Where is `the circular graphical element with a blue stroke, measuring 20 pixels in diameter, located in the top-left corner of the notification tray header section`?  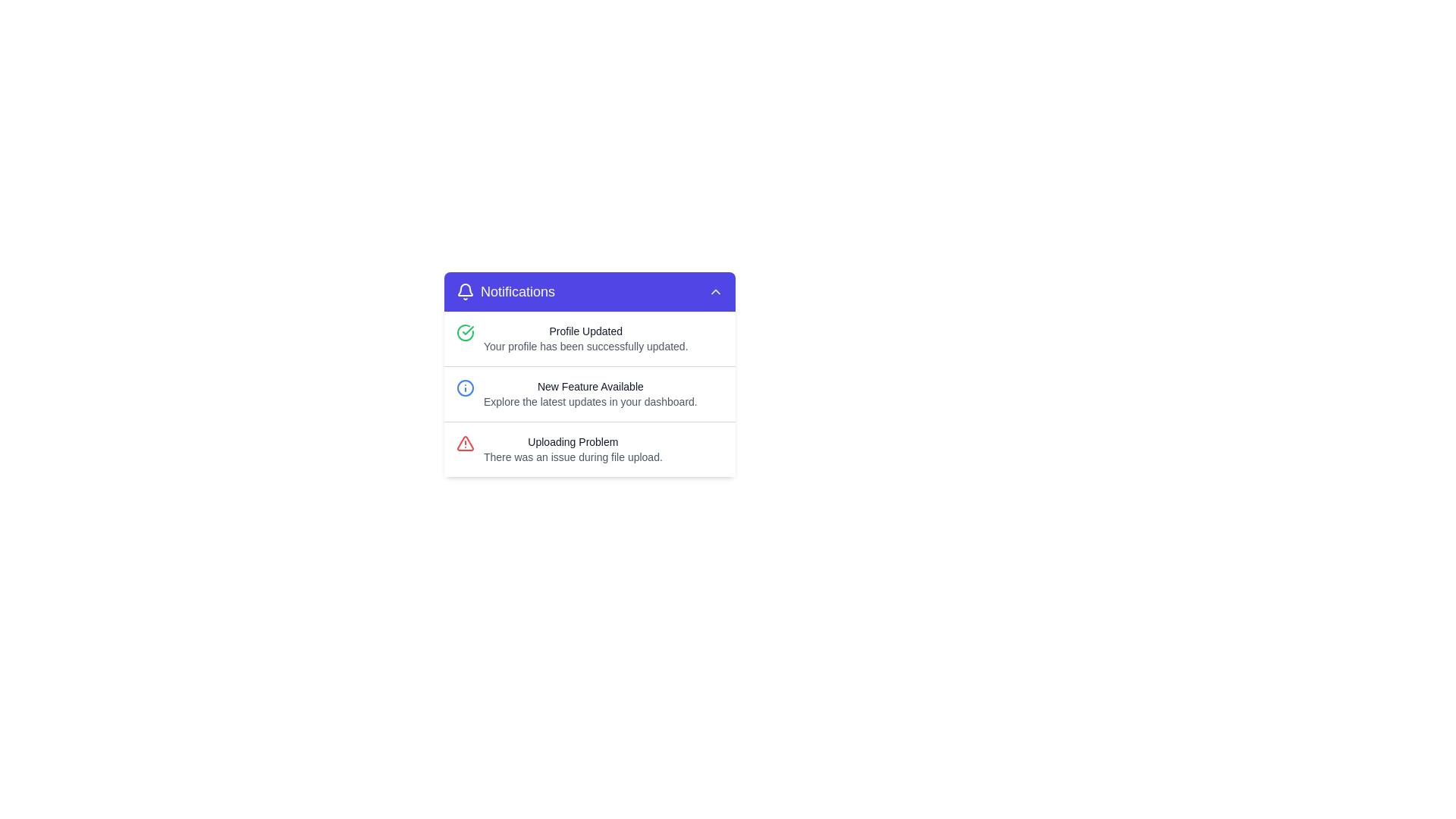 the circular graphical element with a blue stroke, measuring 20 pixels in diameter, located in the top-left corner of the notification tray header section is located at coordinates (465, 388).